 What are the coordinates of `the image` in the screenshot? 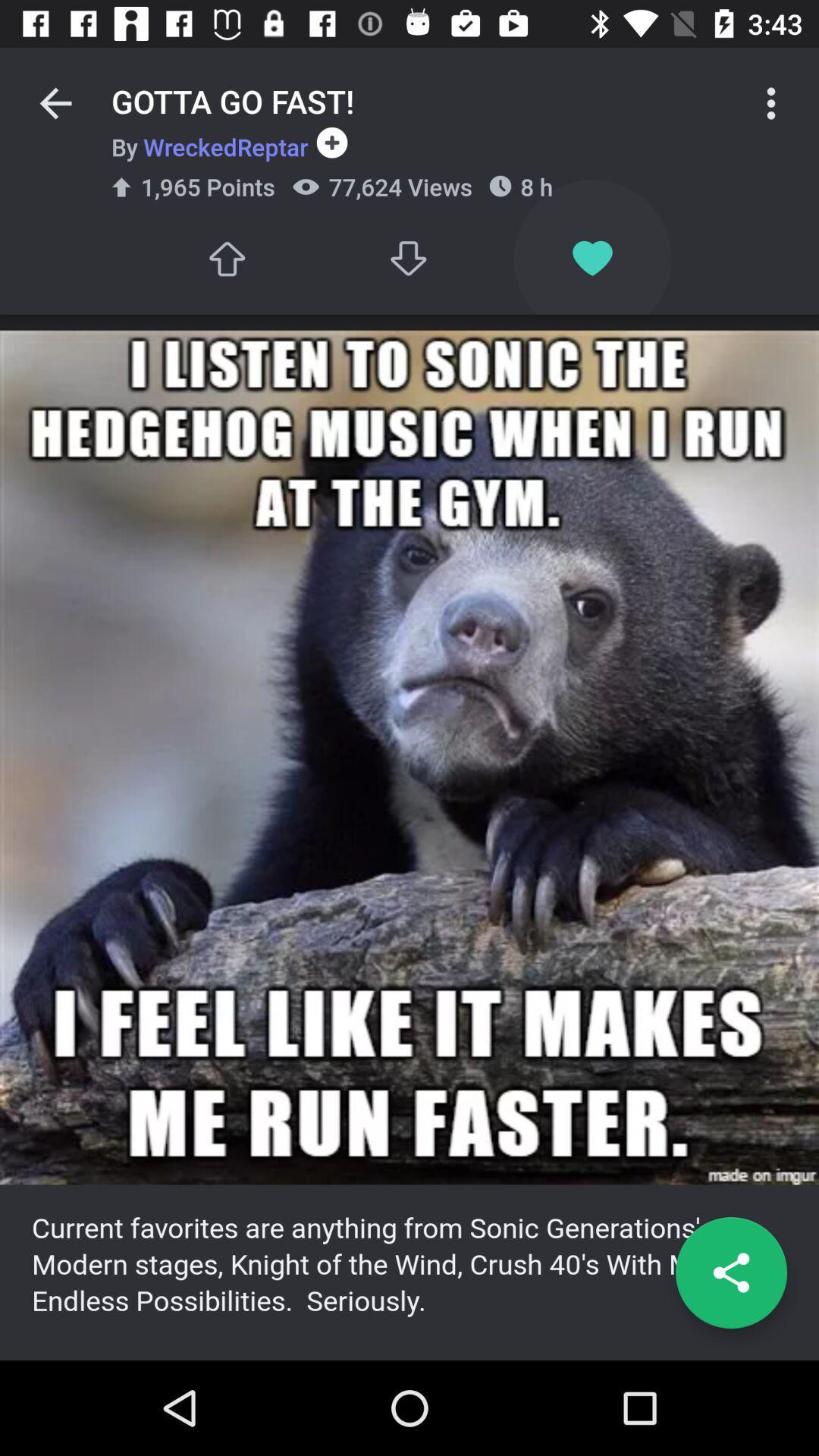 It's located at (591, 259).